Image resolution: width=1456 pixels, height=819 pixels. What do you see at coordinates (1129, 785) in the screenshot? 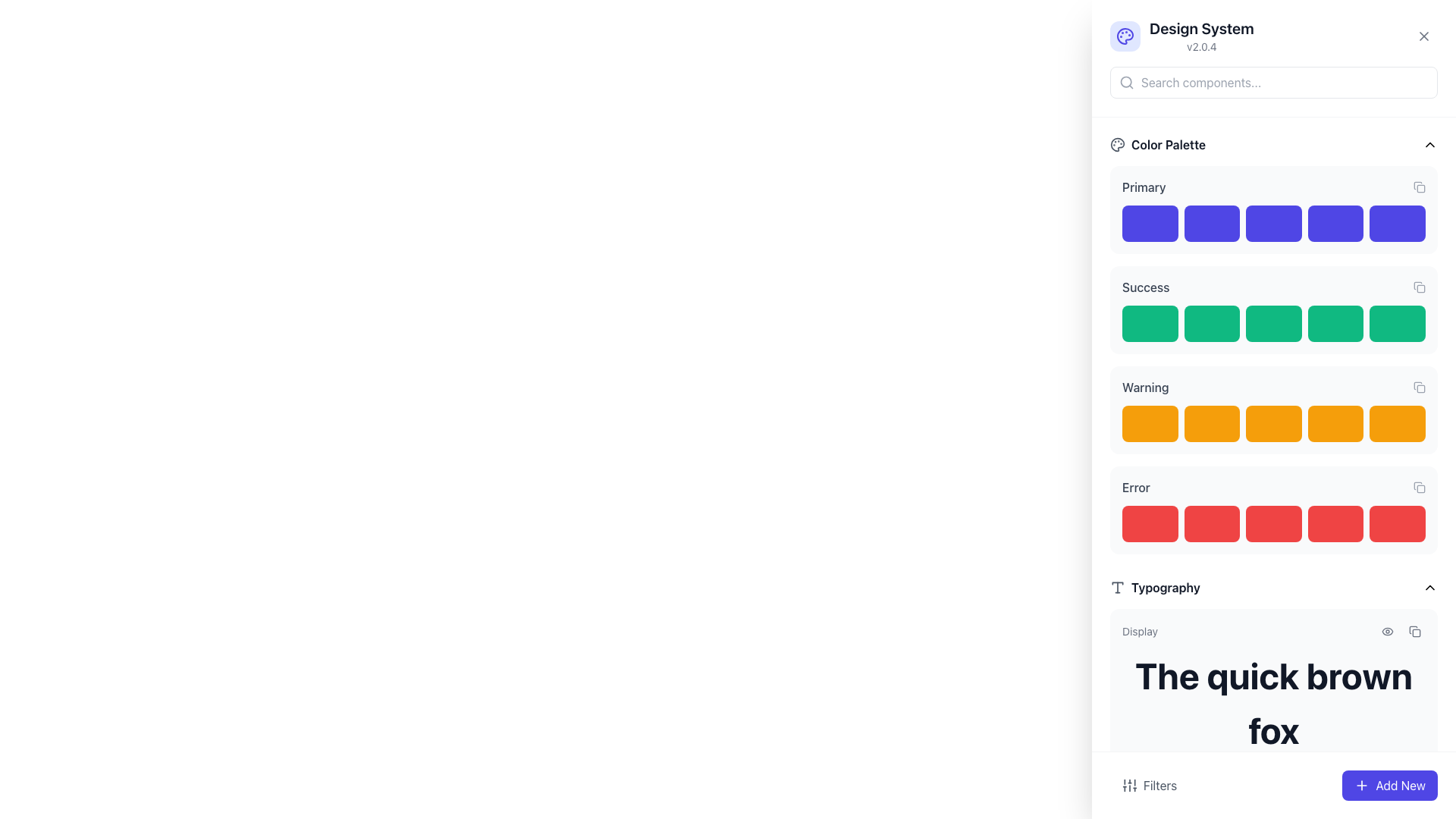
I see `the 'Filters' button, which contains an icon depicting vertical sliders for audio or settings adjustments` at bounding box center [1129, 785].